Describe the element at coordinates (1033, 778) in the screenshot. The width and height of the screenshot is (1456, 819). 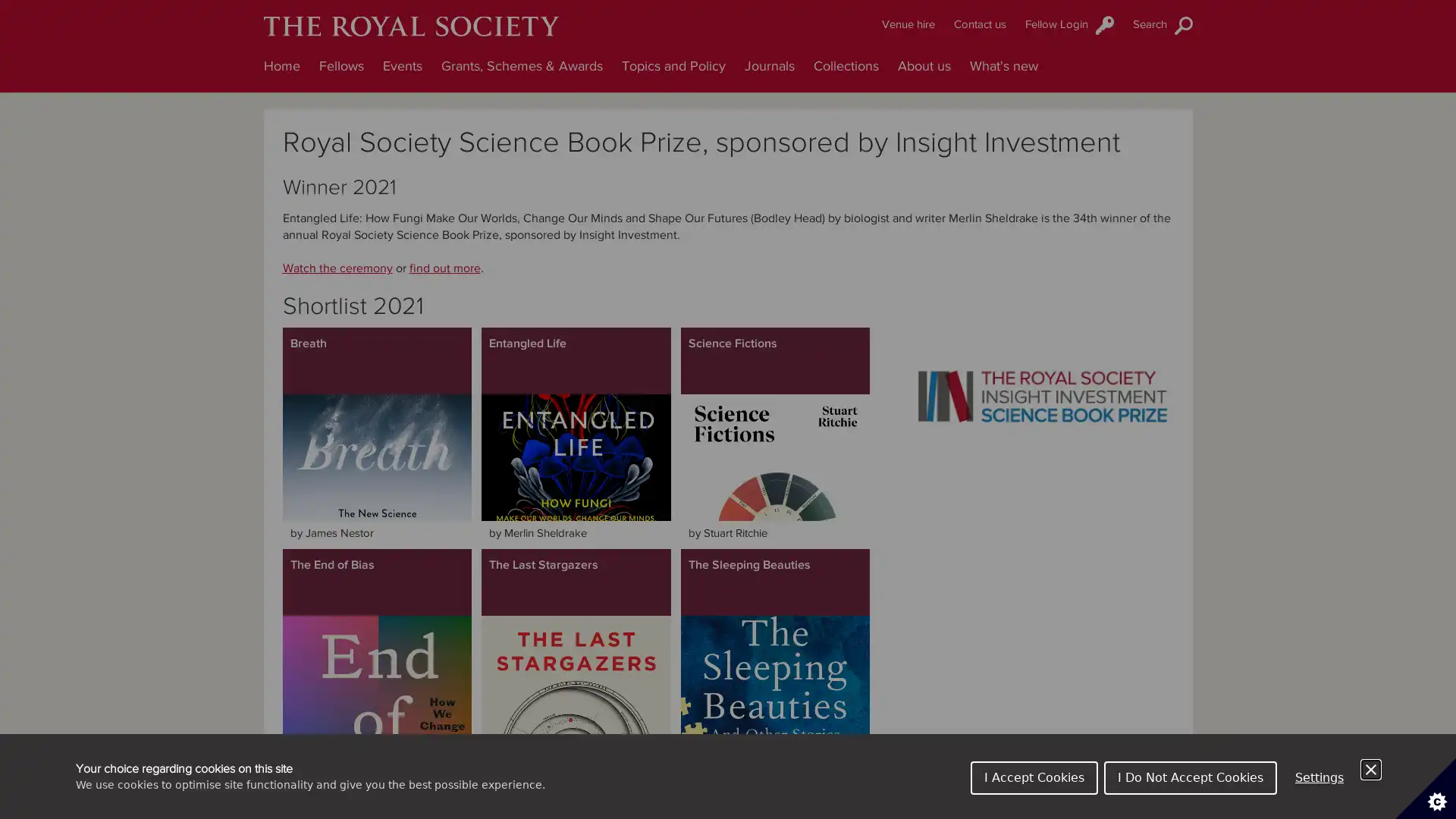
I see `I Accept Cookies` at that location.